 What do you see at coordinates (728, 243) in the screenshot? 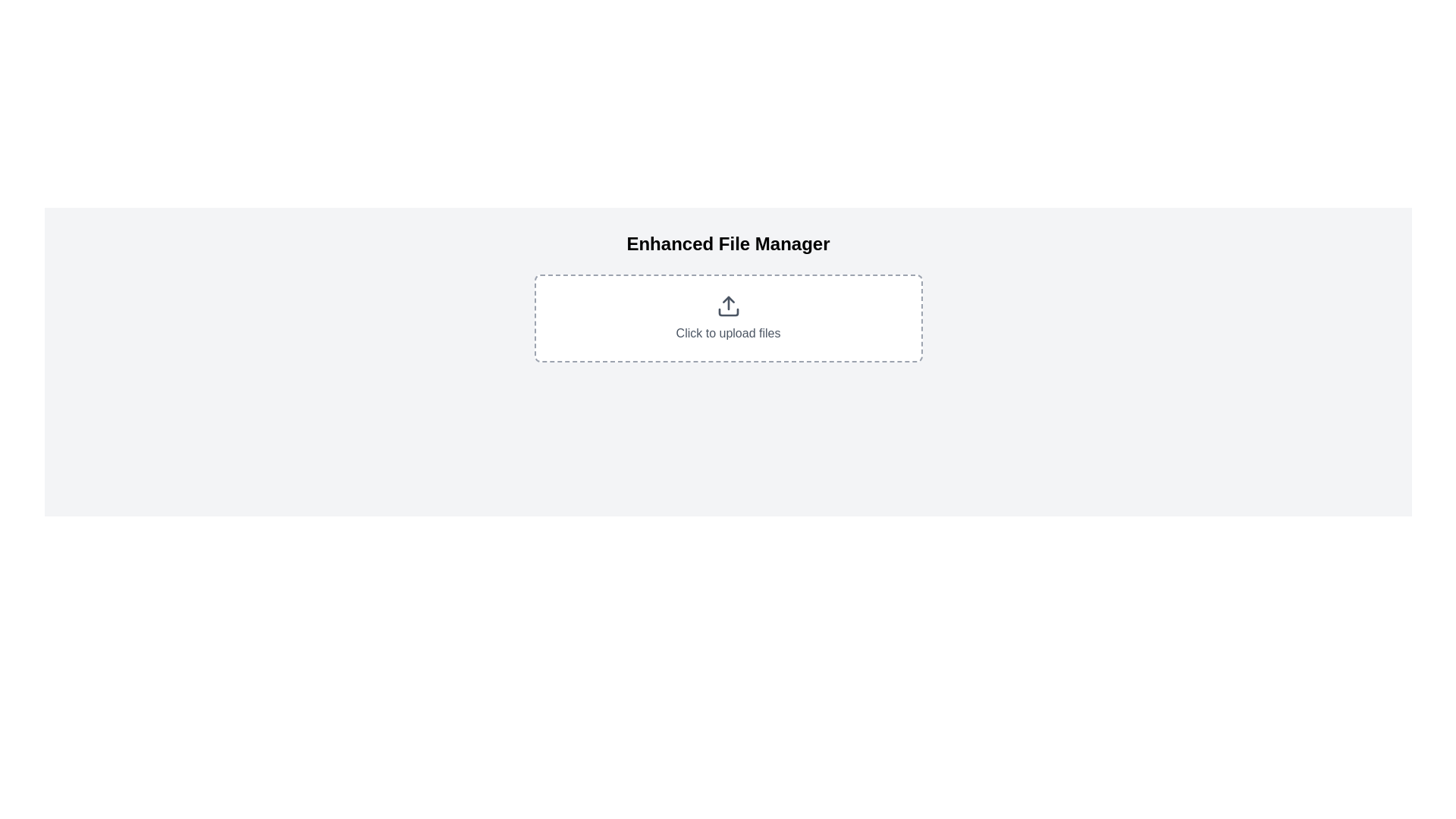
I see `the header text element that serves as the title of the interface, located near the top center of the page directly above the file upload section` at bounding box center [728, 243].